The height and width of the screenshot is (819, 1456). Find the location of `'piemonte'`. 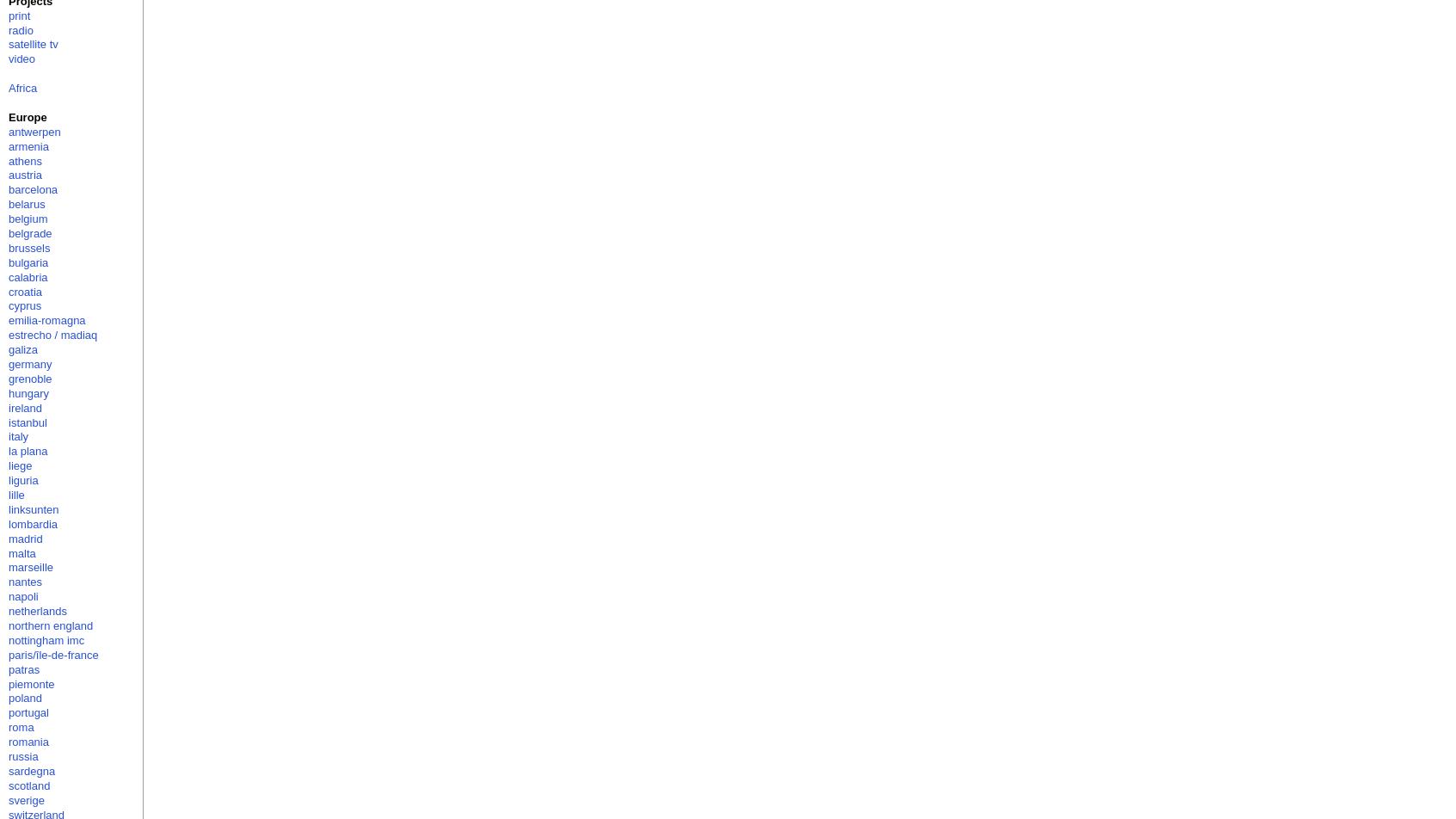

'piemonte' is located at coordinates (30, 683).